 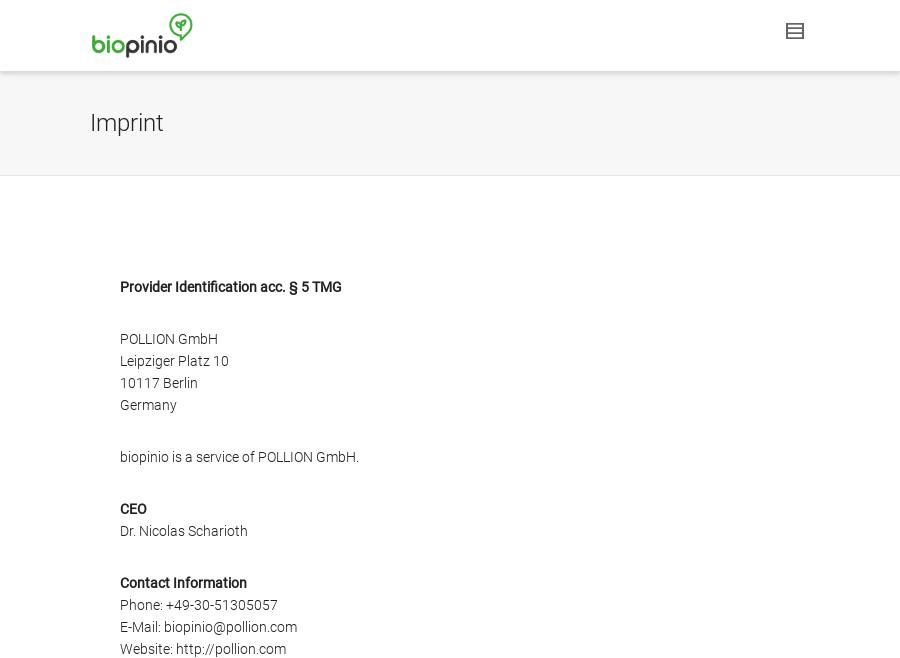 I want to click on 'E-Mail: biopinio@pollion.com', so click(x=208, y=626).